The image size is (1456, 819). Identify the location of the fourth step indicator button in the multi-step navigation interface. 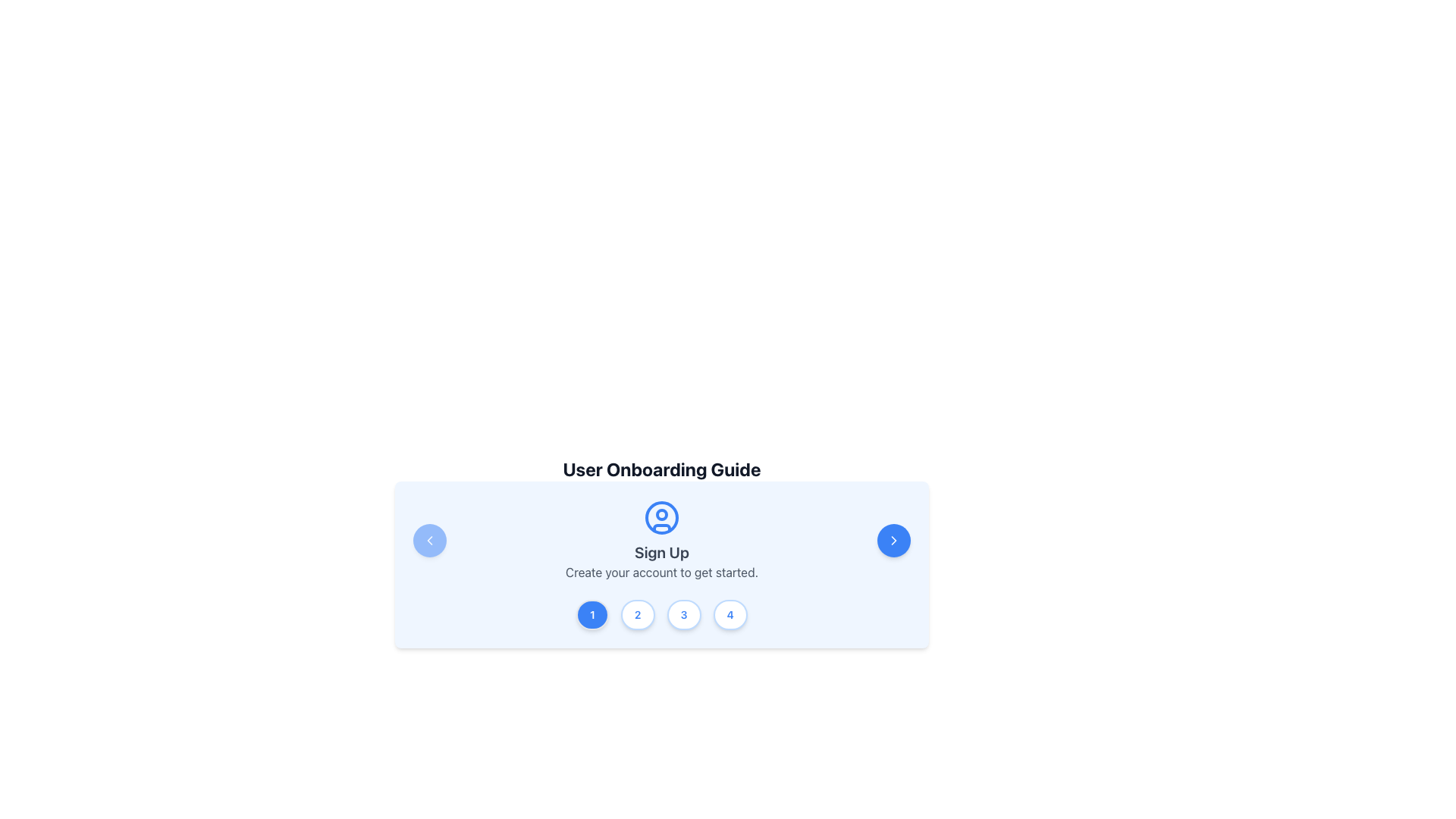
(730, 614).